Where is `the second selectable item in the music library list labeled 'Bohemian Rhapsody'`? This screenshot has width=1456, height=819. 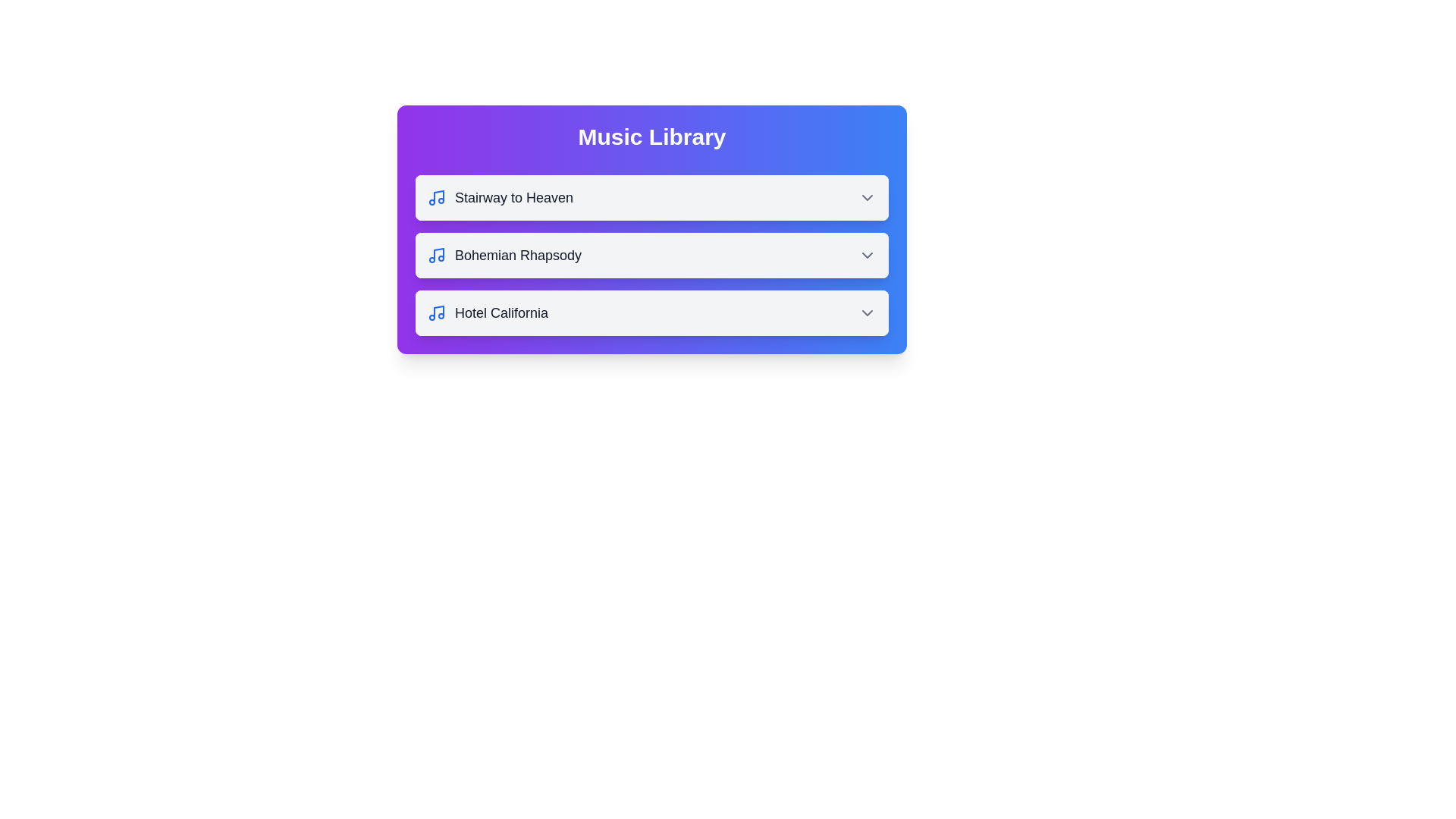
the second selectable item in the music library list labeled 'Bohemian Rhapsody' is located at coordinates (651, 254).